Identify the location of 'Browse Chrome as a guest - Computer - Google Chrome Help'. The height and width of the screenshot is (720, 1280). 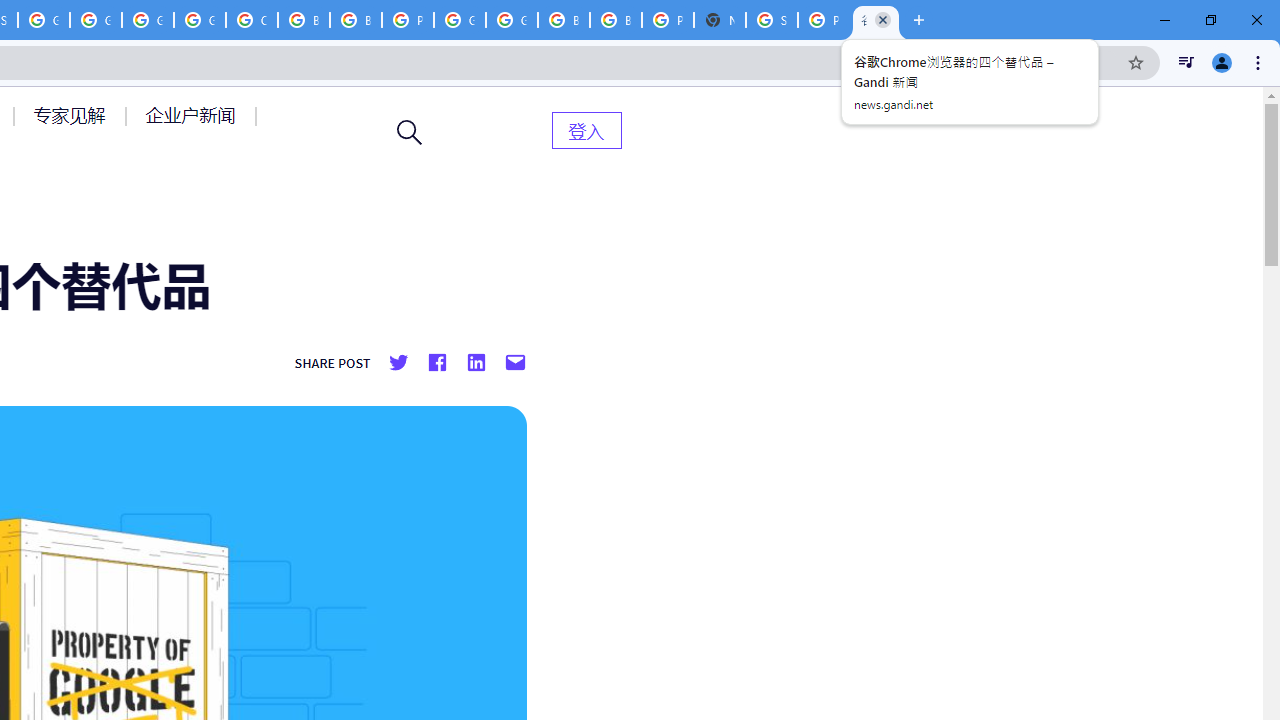
(562, 20).